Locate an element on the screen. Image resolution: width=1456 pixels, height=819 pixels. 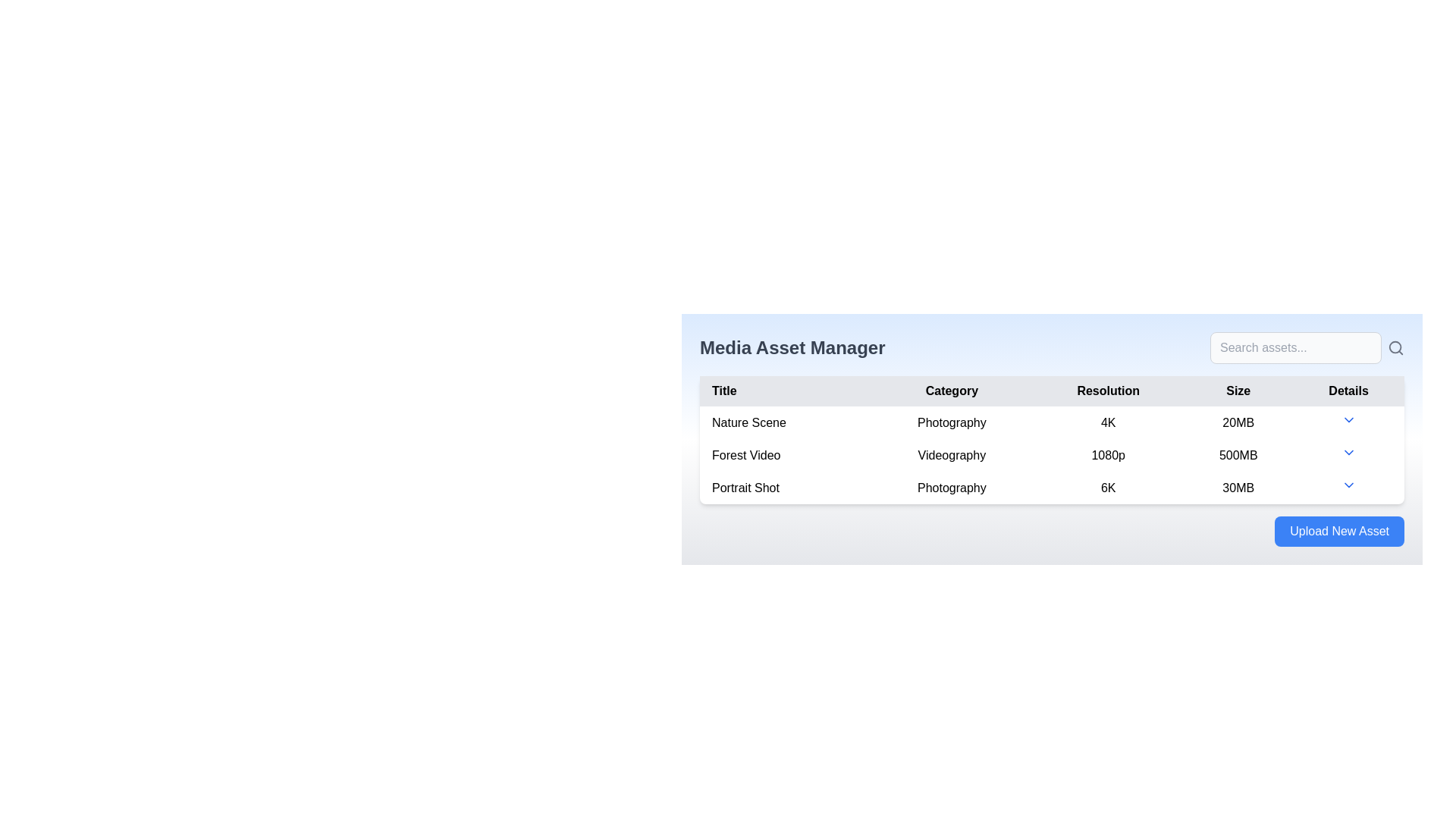
the Dropdown trigger icon in the 'Details' column associated with the 'Forest Video' entry is located at coordinates (1348, 454).